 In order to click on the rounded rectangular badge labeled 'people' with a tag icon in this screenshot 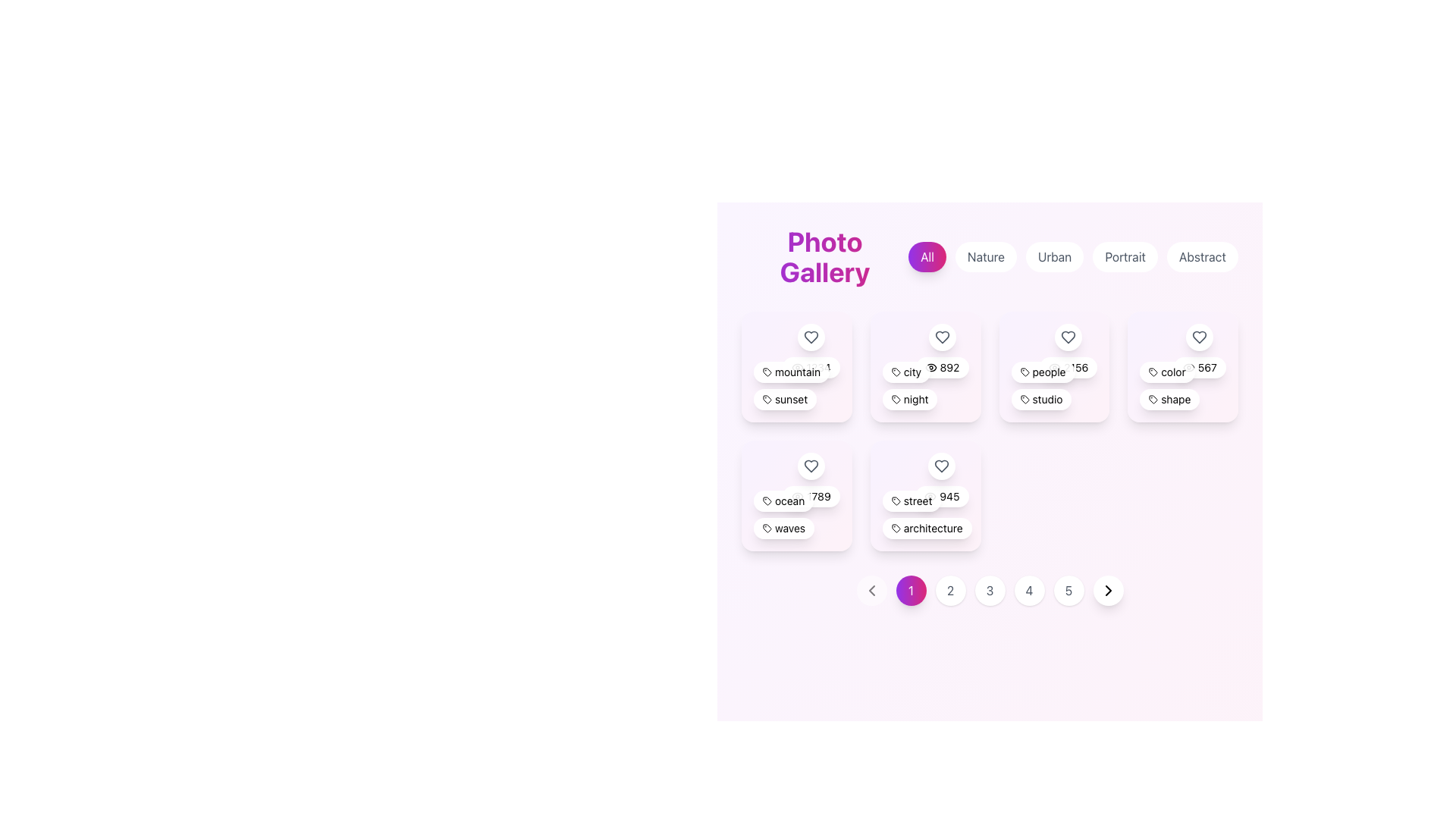, I will do `click(1042, 372)`.